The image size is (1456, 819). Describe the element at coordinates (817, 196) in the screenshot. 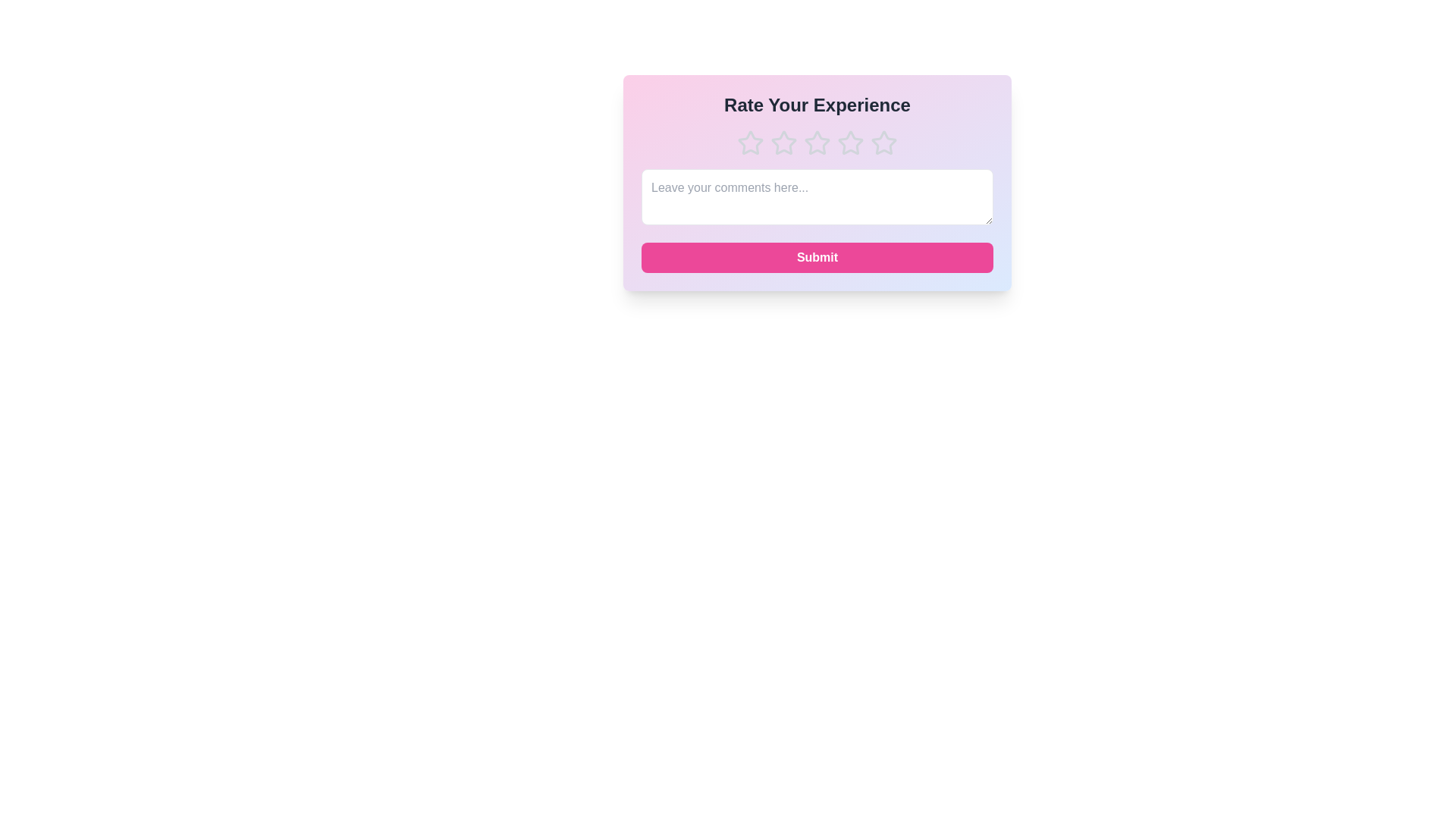

I see `the text area and type the comment` at that location.